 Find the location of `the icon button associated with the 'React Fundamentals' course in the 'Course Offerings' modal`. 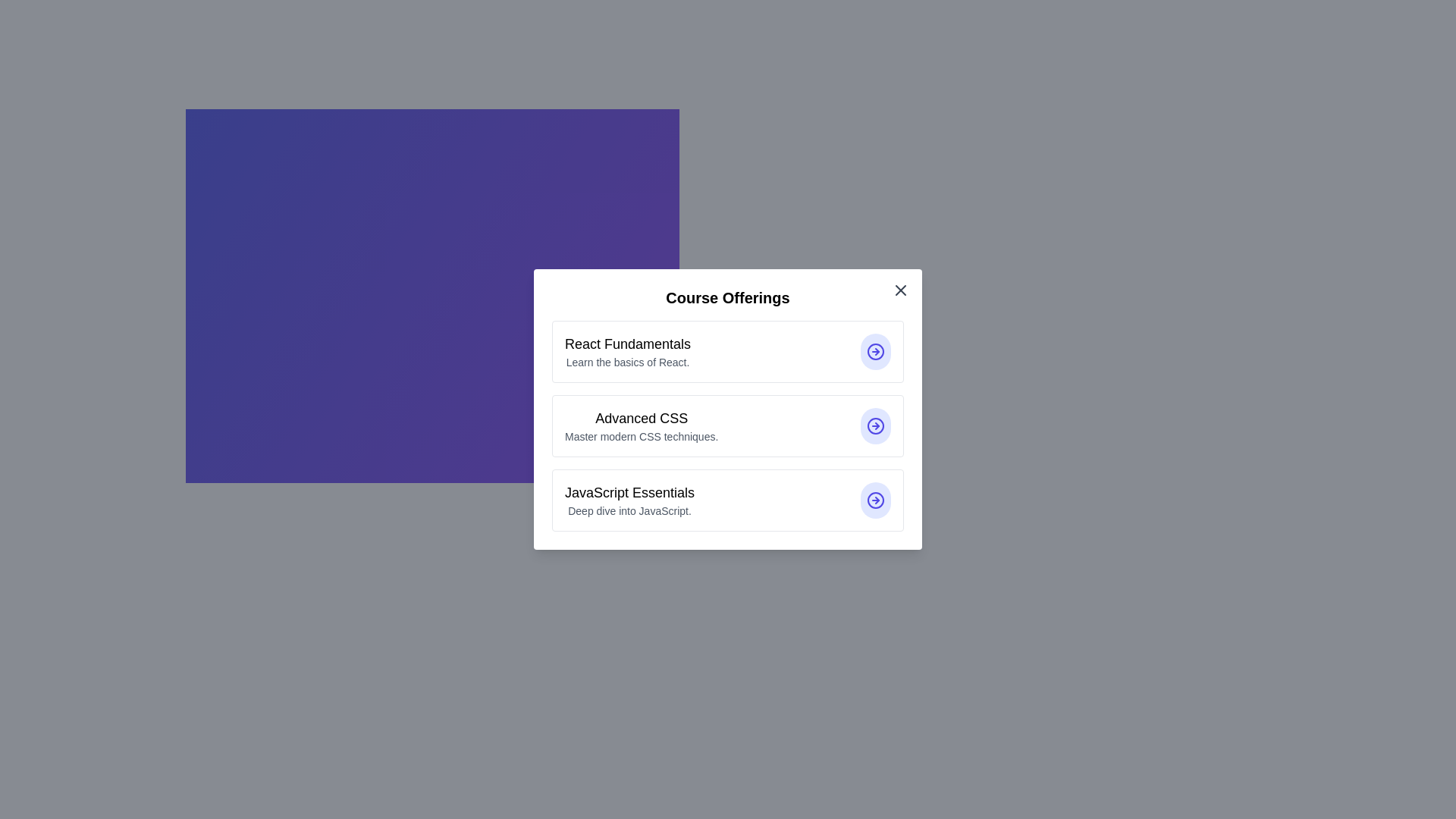

the icon button associated with the 'React Fundamentals' course in the 'Course Offerings' modal is located at coordinates (876, 351).